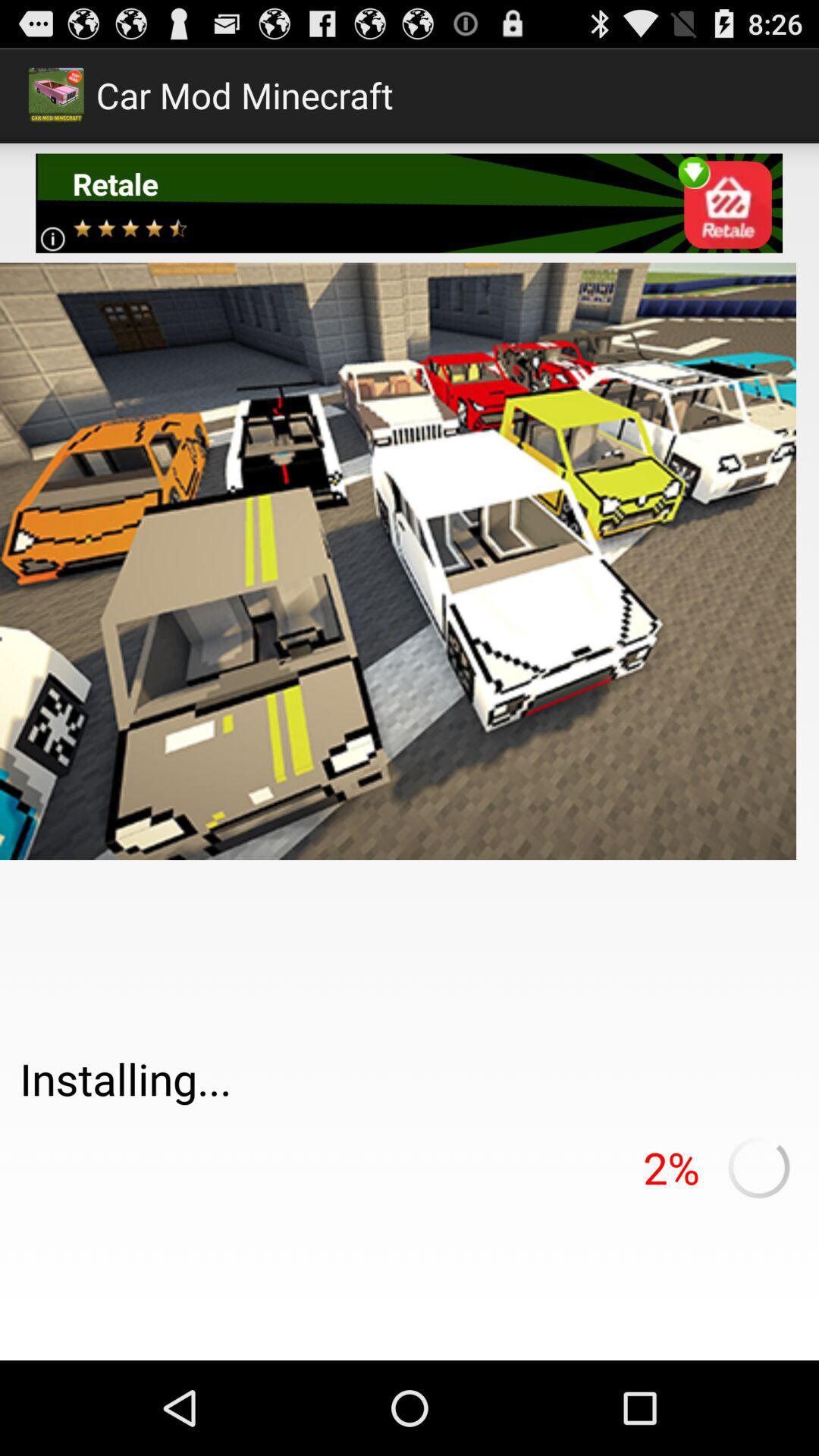 This screenshot has width=819, height=1456. What do you see at coordinates (408, 202) in the screenshot?
I see `the icon at the top` at bounding box center [408, 202].